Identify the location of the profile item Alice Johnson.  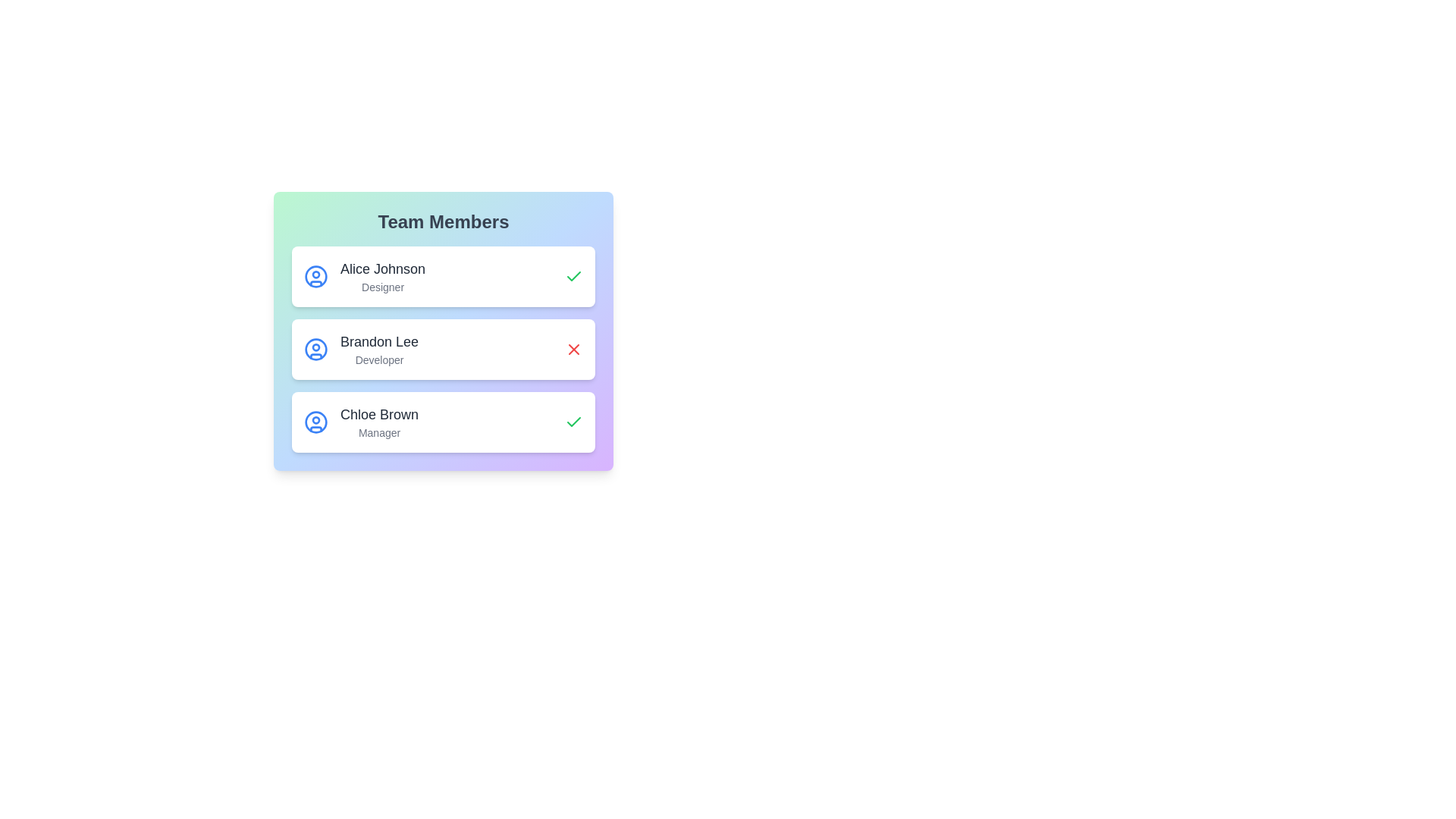
(443, 277).